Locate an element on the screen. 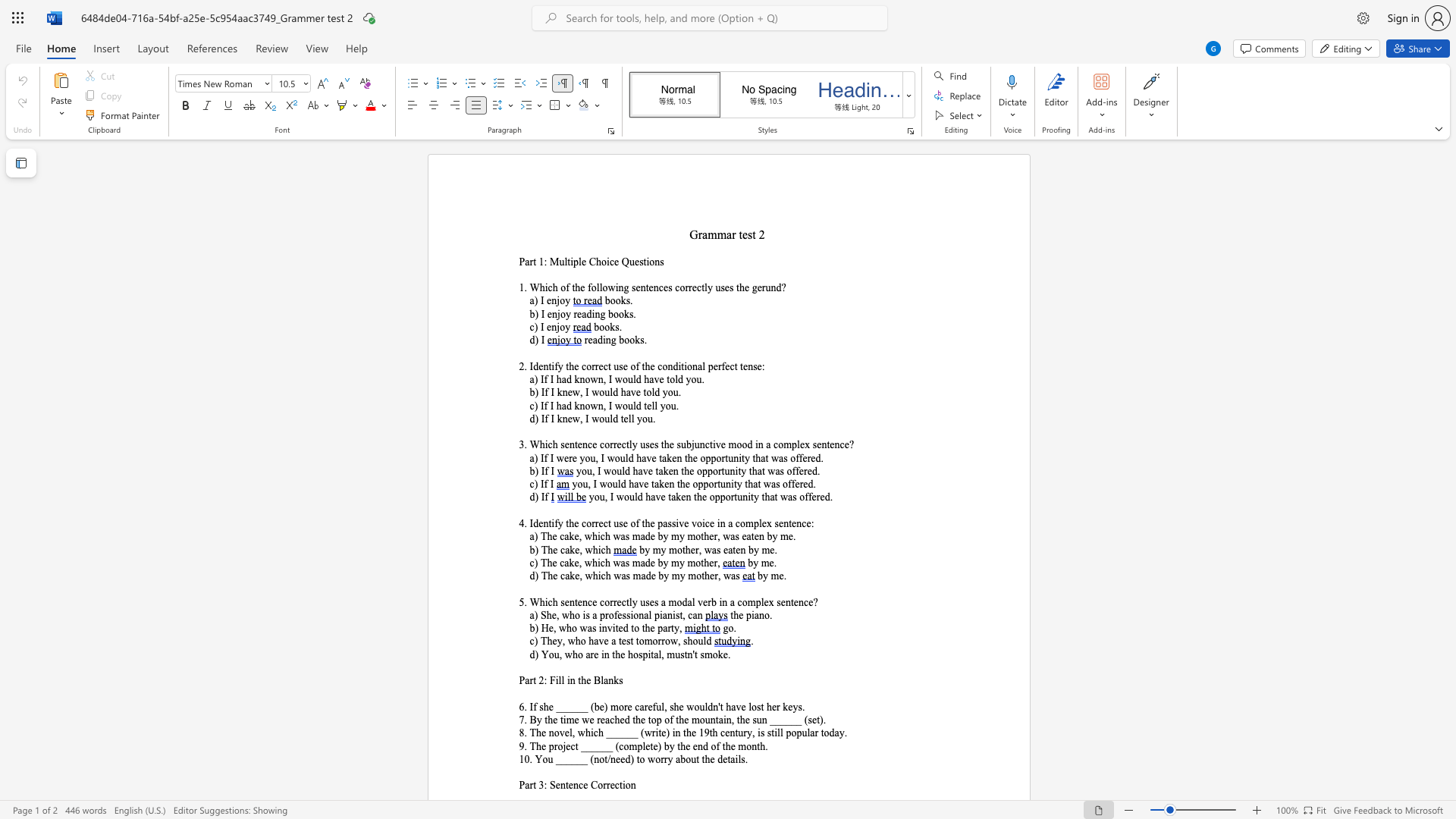  the space between the continuous character "i" and "t" in the text is located at coordinates (658, 732).